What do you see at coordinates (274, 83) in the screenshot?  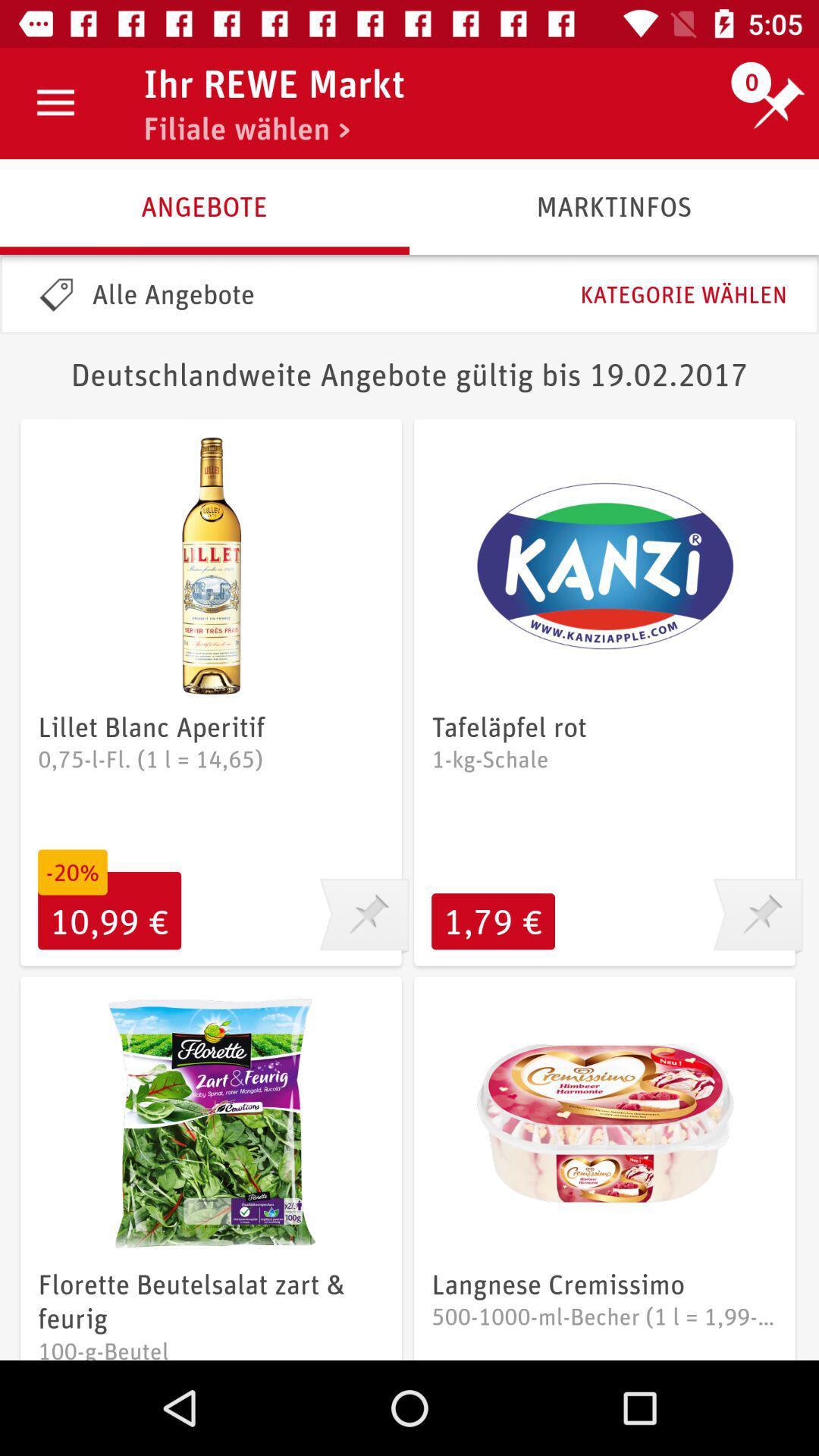 I see `icon next to the 0 item` at bounding box center [274, 83].